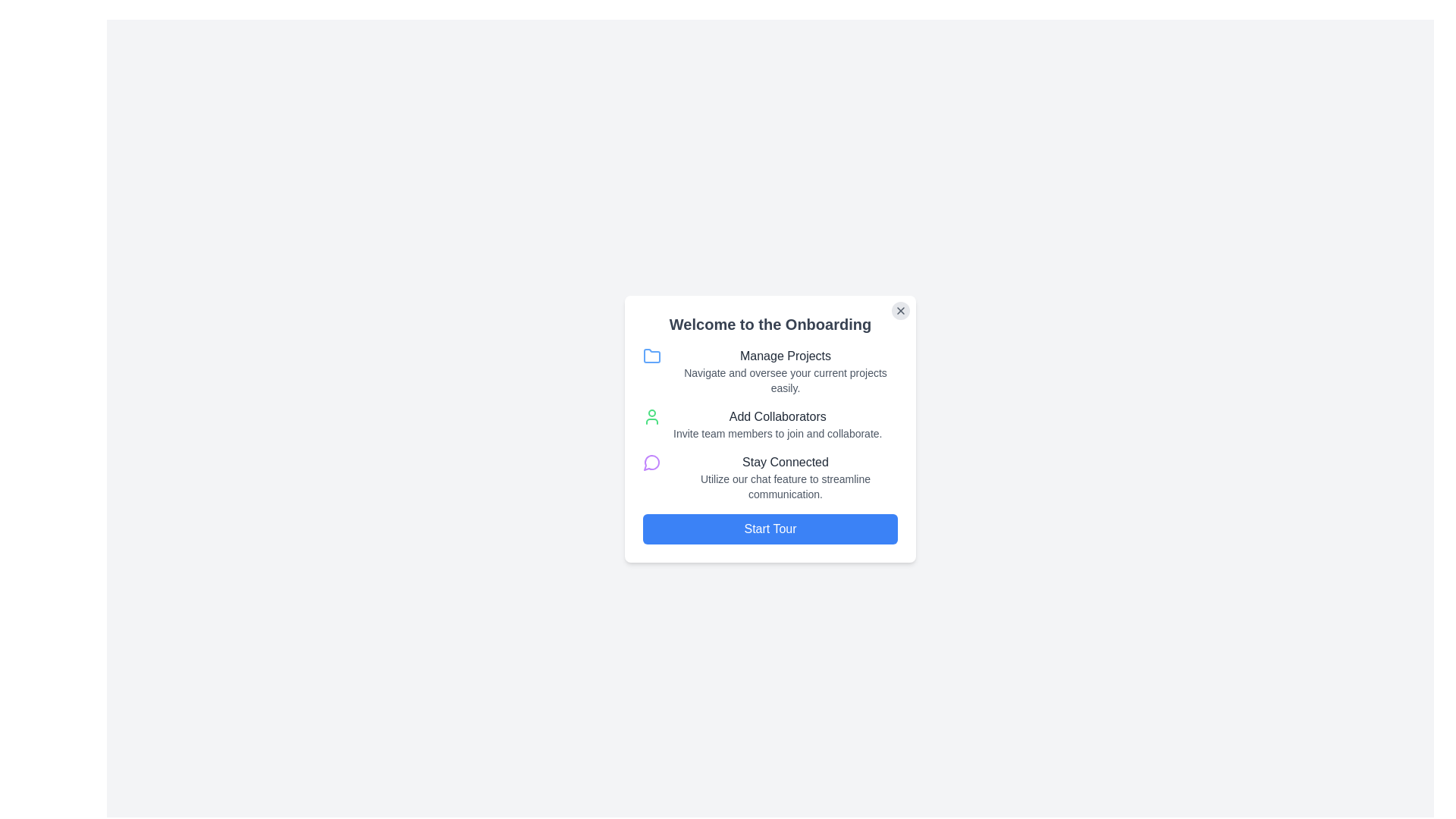 The height and width of the screenshot is (819, 1456). Describe the element at coordinates (770, 424) in the screenshot. I see `the textual informational component that provides an overview of managing projects, adding collaborators, and chat feature, located centrally beneath the 'Welcome to the Onboarding' heading` at that location.